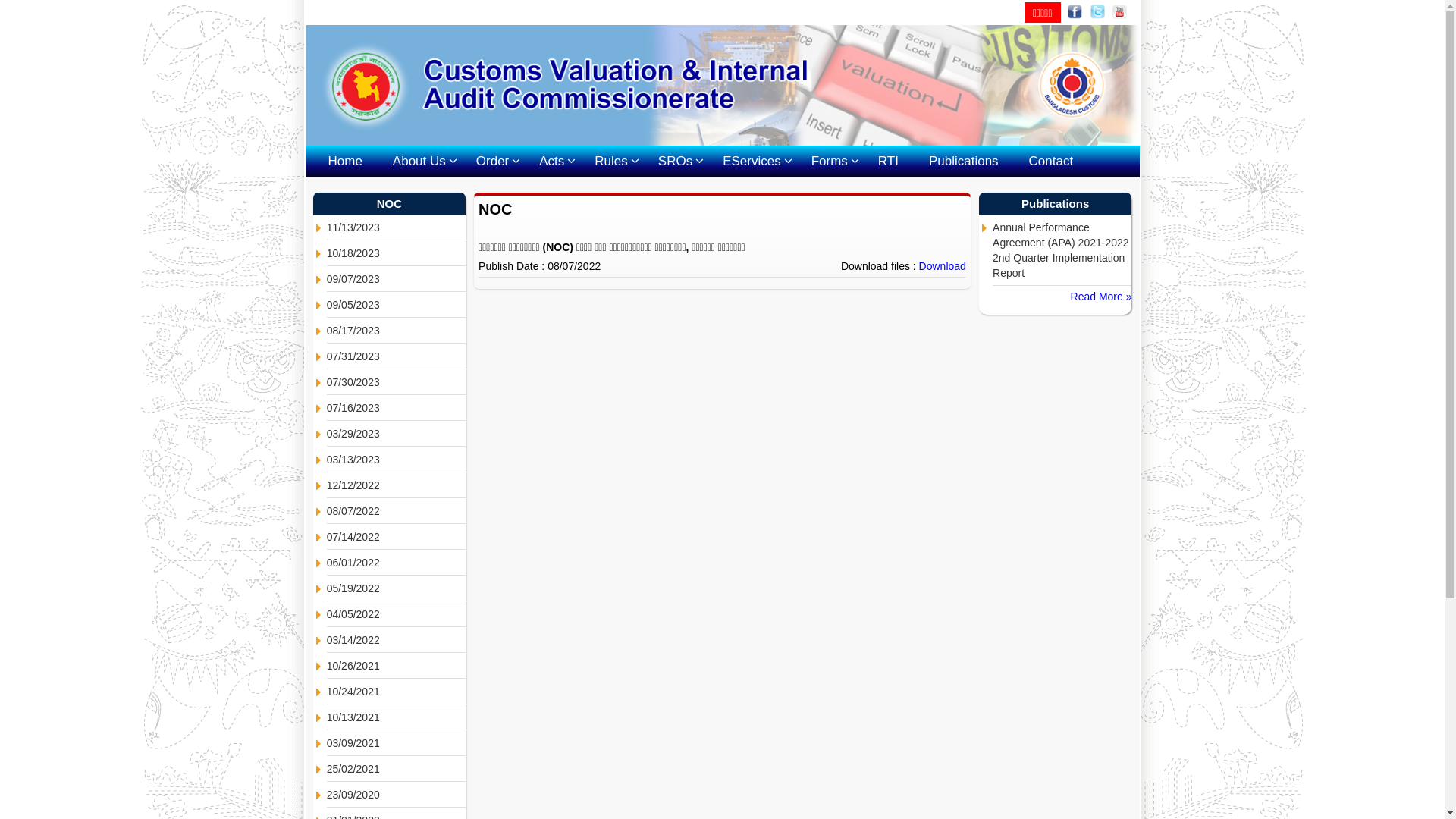 The image size is (1456, 819). What do you see at coordinates (396, 356) in the screenshot?
I see `'07/31/2023'` at bounding box center [396, 356].